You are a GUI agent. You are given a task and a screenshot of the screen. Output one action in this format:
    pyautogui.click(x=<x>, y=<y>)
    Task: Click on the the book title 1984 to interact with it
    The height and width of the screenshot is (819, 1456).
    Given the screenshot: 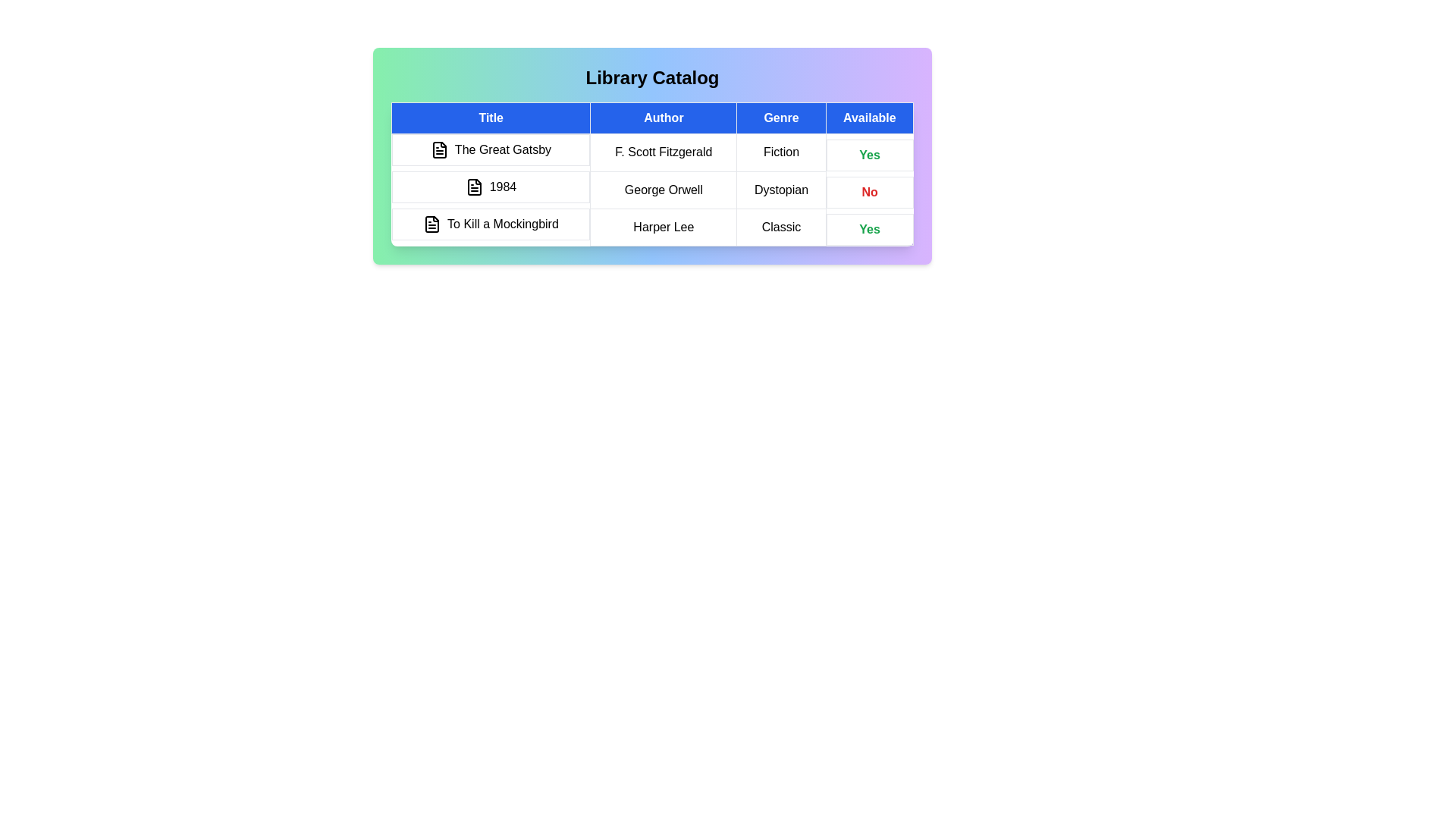 What is the action you would take?
    pyautogui.click(x=491, y=186)
    